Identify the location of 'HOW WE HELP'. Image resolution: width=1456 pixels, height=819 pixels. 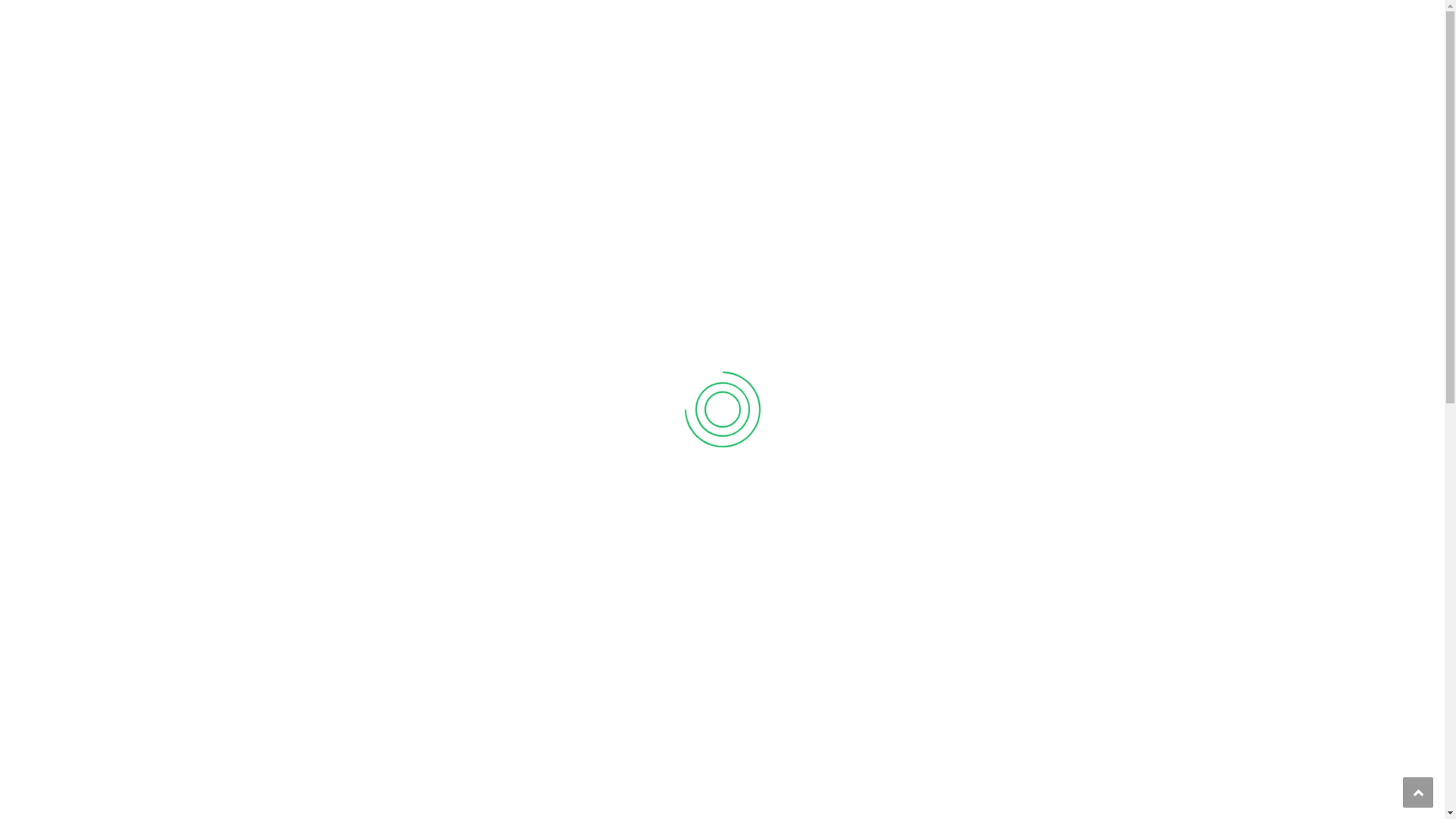
(683, 69).